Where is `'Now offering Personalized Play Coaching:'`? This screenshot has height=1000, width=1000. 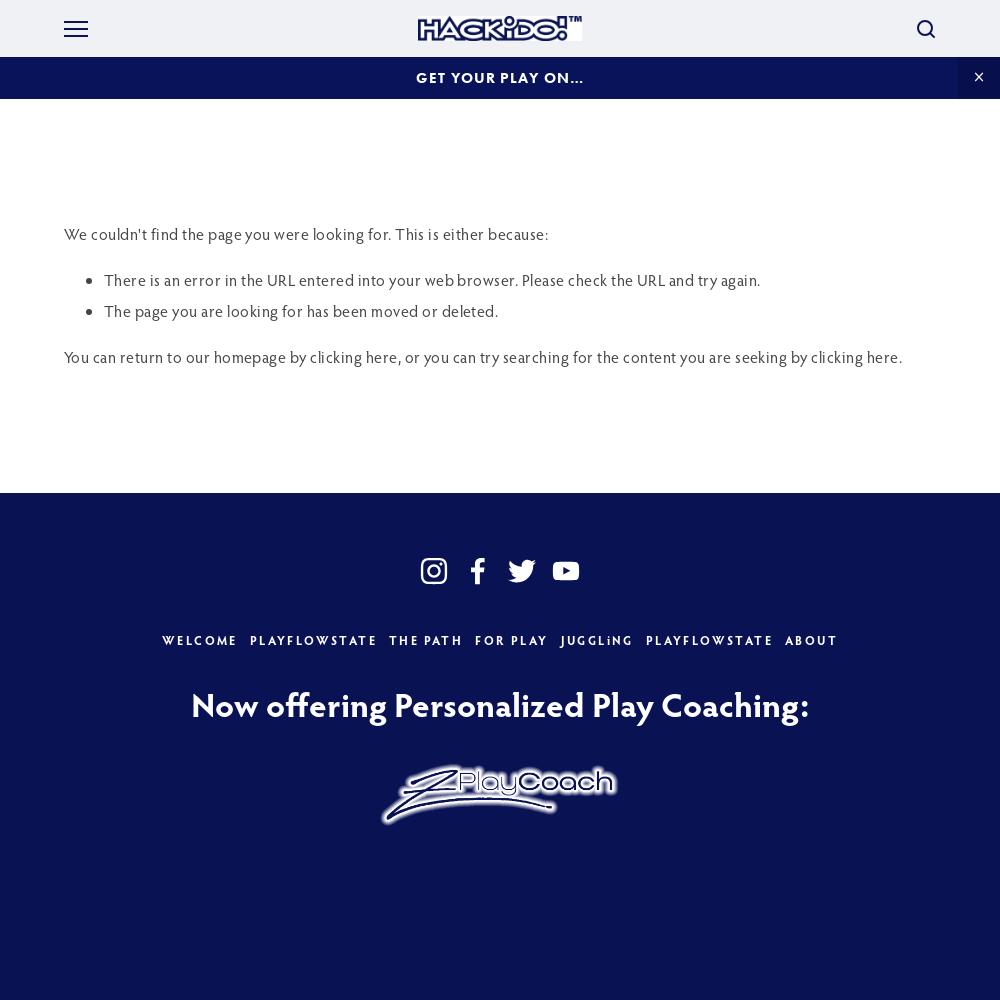
'Now offering Personalized Play Coaching:' is located at coordinates (190, 701).